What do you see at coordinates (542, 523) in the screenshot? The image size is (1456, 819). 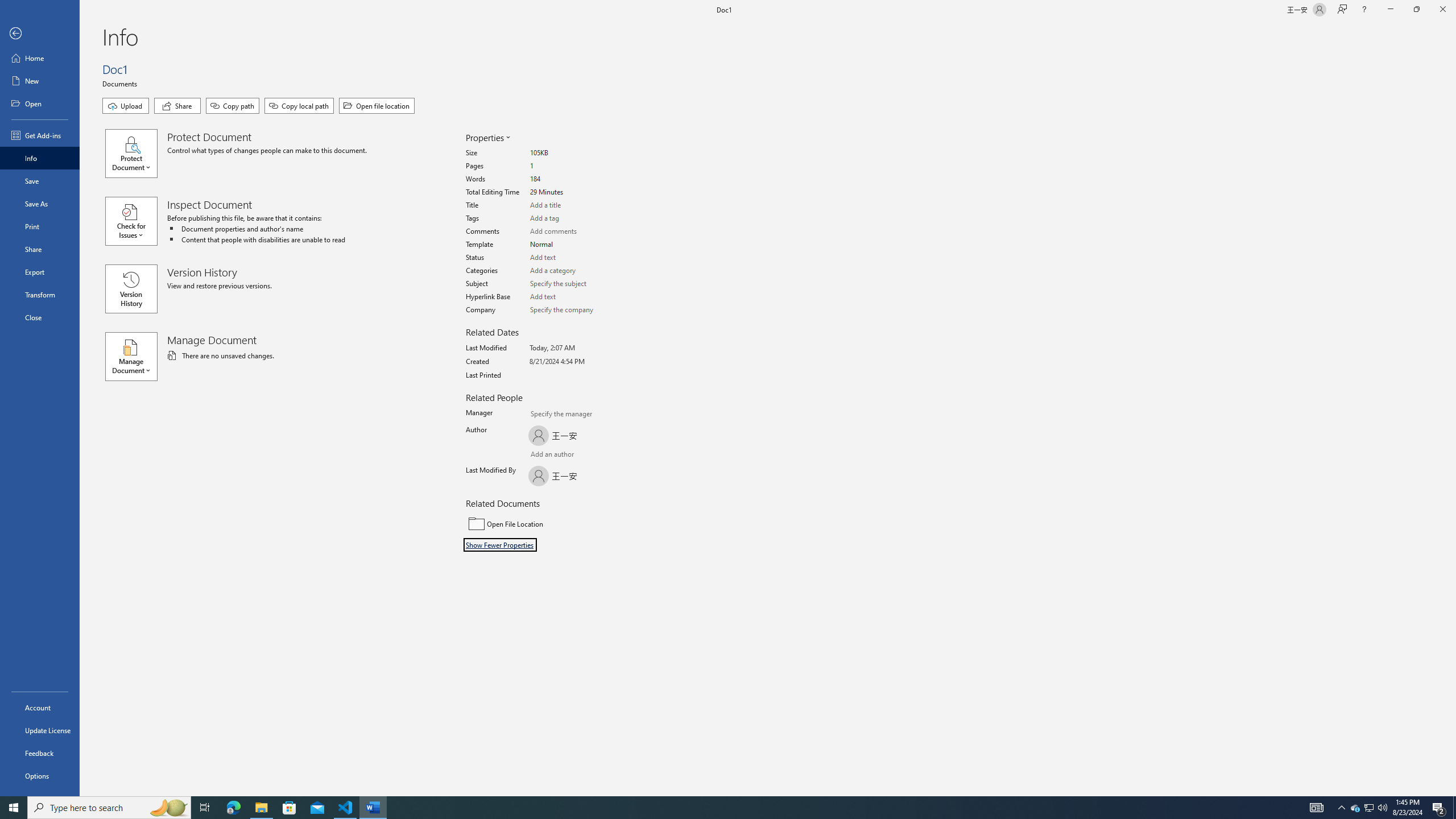 I see `'Open File Location'` at bounding box center [542, 523].